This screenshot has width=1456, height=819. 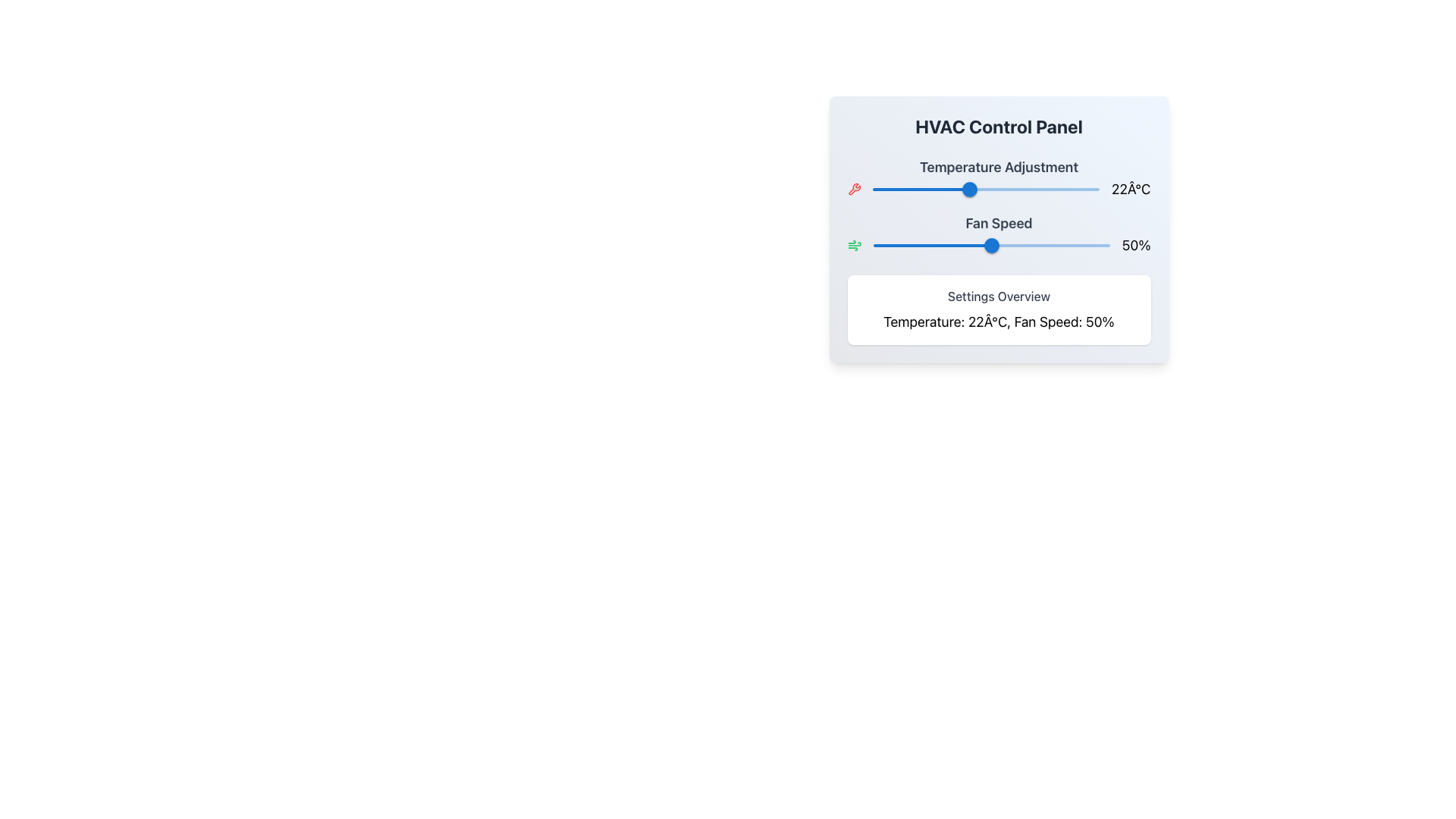 I want to click on the 'Settings Overview' text label, which is displayed in a medium gray font inside a white card with rounded corners, positioned at the top of the card above the text 'Temperature: 22Â°C, Fan Speed: 50%', so click(x=999, y=296).